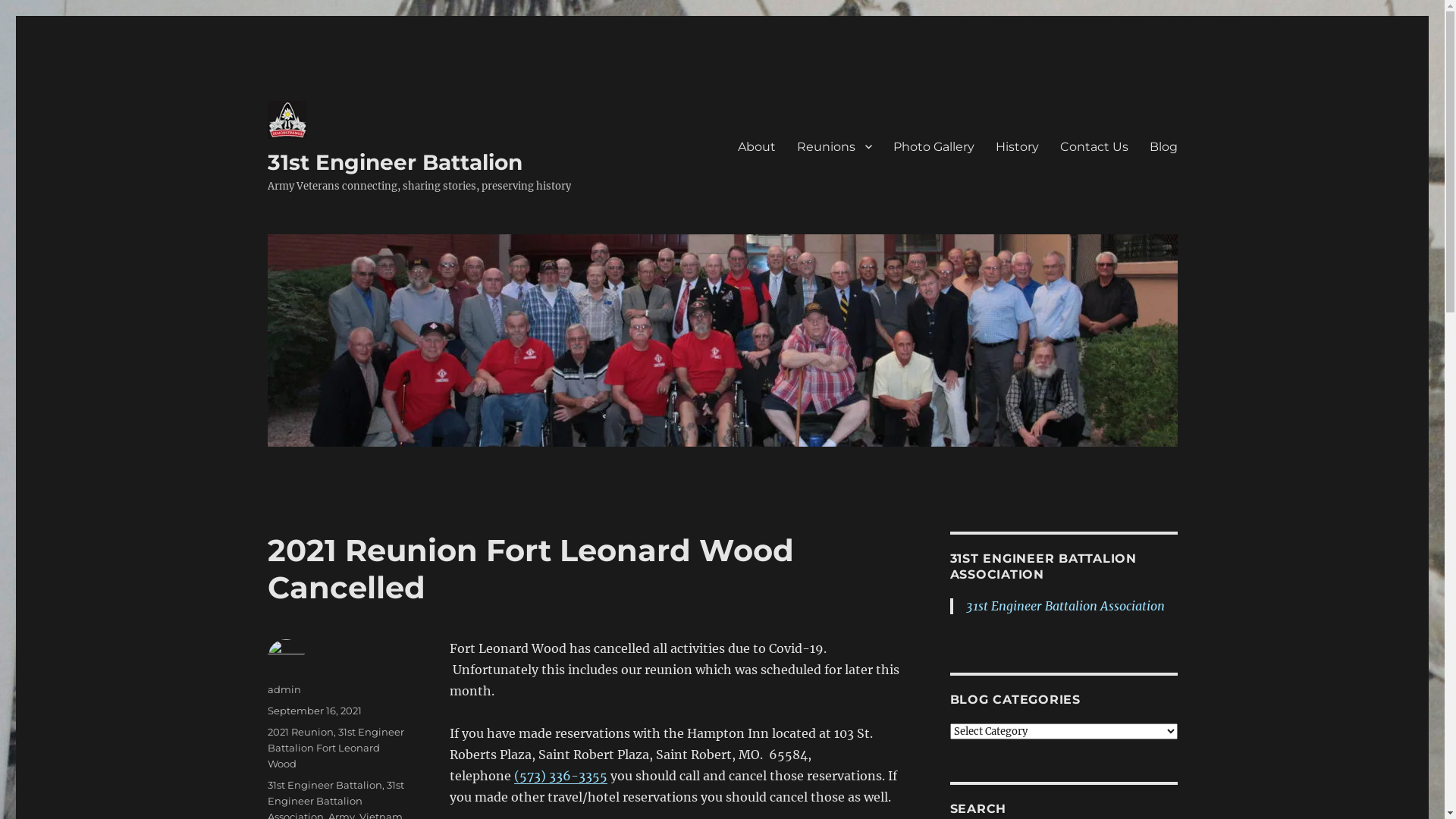 Image resolution: width=1456 pixels, height=819 pixels. Describe the element at coordinates (312, 711) in the screenshot. I see `'September 16, 2021'` at that location.